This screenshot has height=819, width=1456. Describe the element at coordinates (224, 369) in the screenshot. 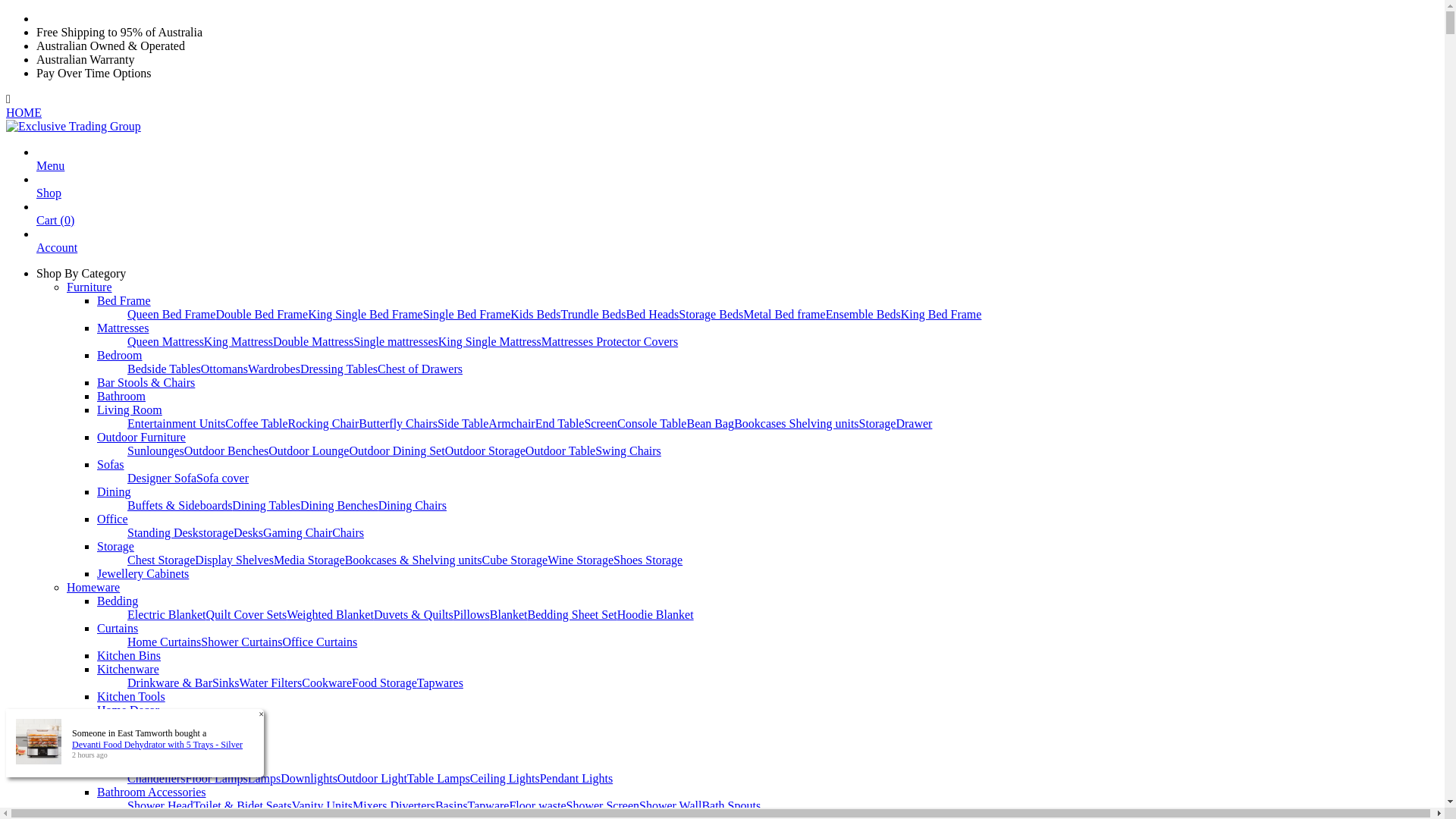

I see `'Ottomans'` at that location.